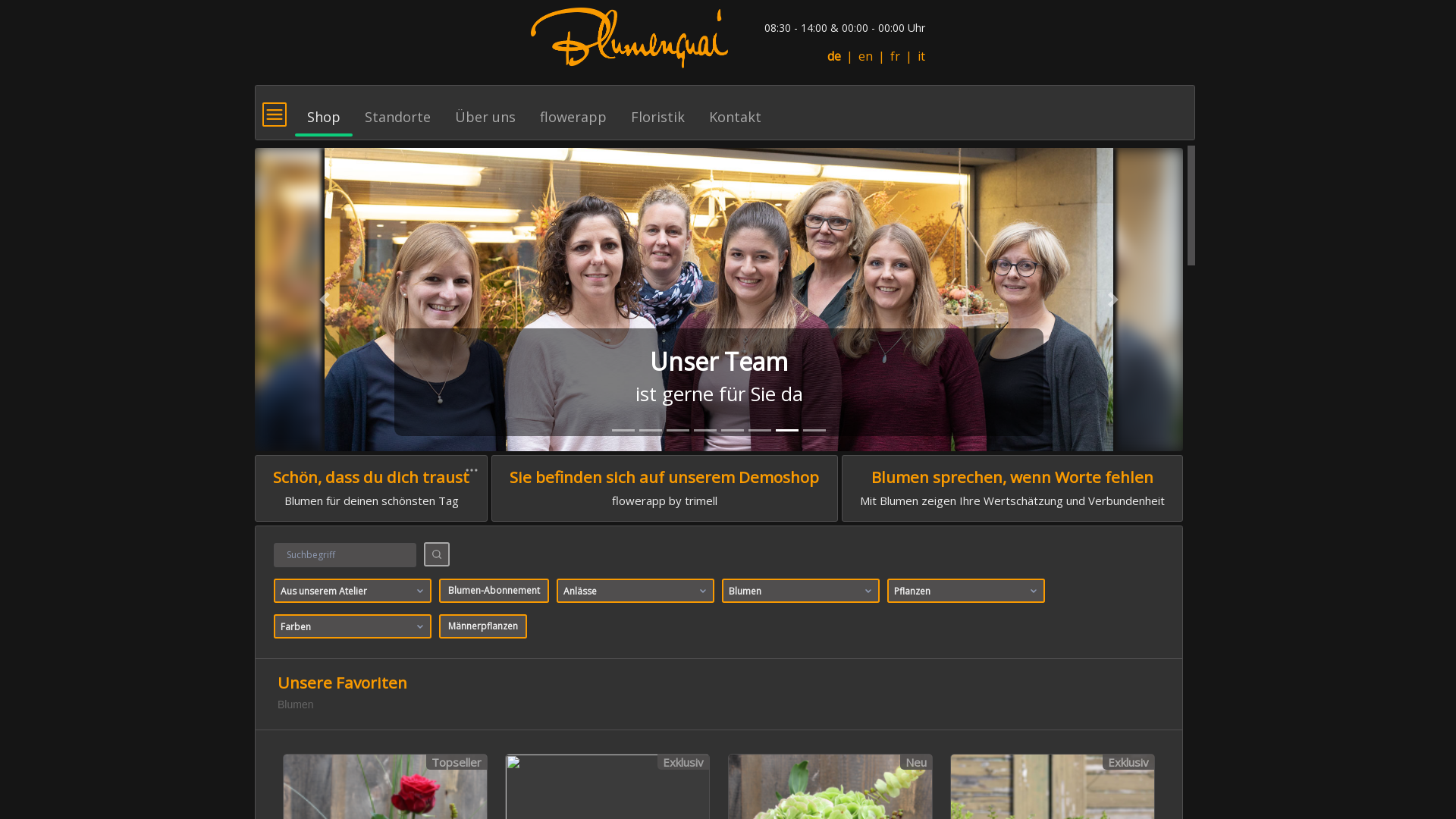 The width and height of the screenshot is (1456, 819). What do you see at coordinates (352, 626) in the screenshot?
I see `'Farben'` at bounding box center [352, 626].